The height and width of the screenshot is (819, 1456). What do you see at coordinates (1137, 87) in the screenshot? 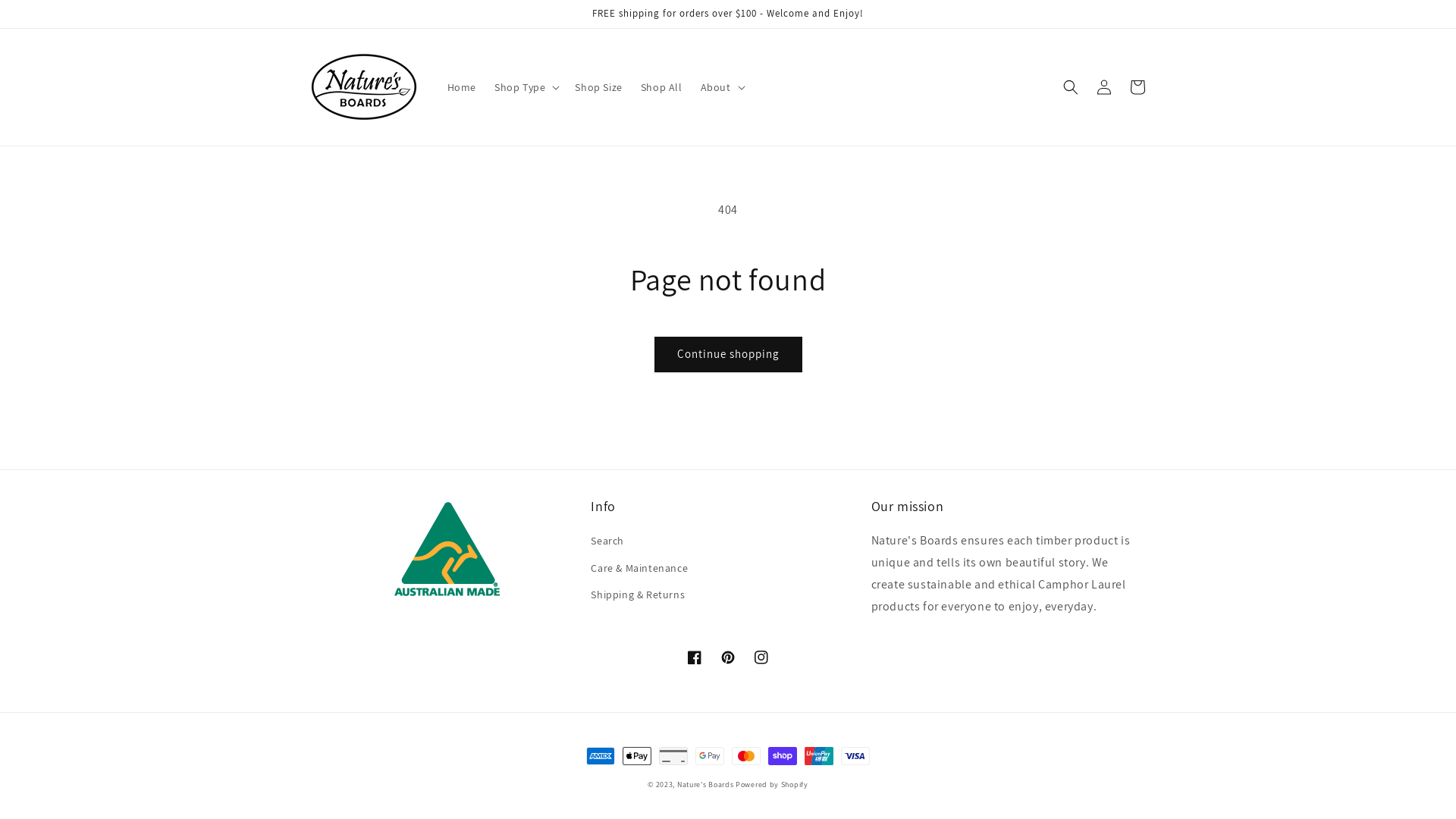
I see `'Cart'` at bounding box center [1137, 87].